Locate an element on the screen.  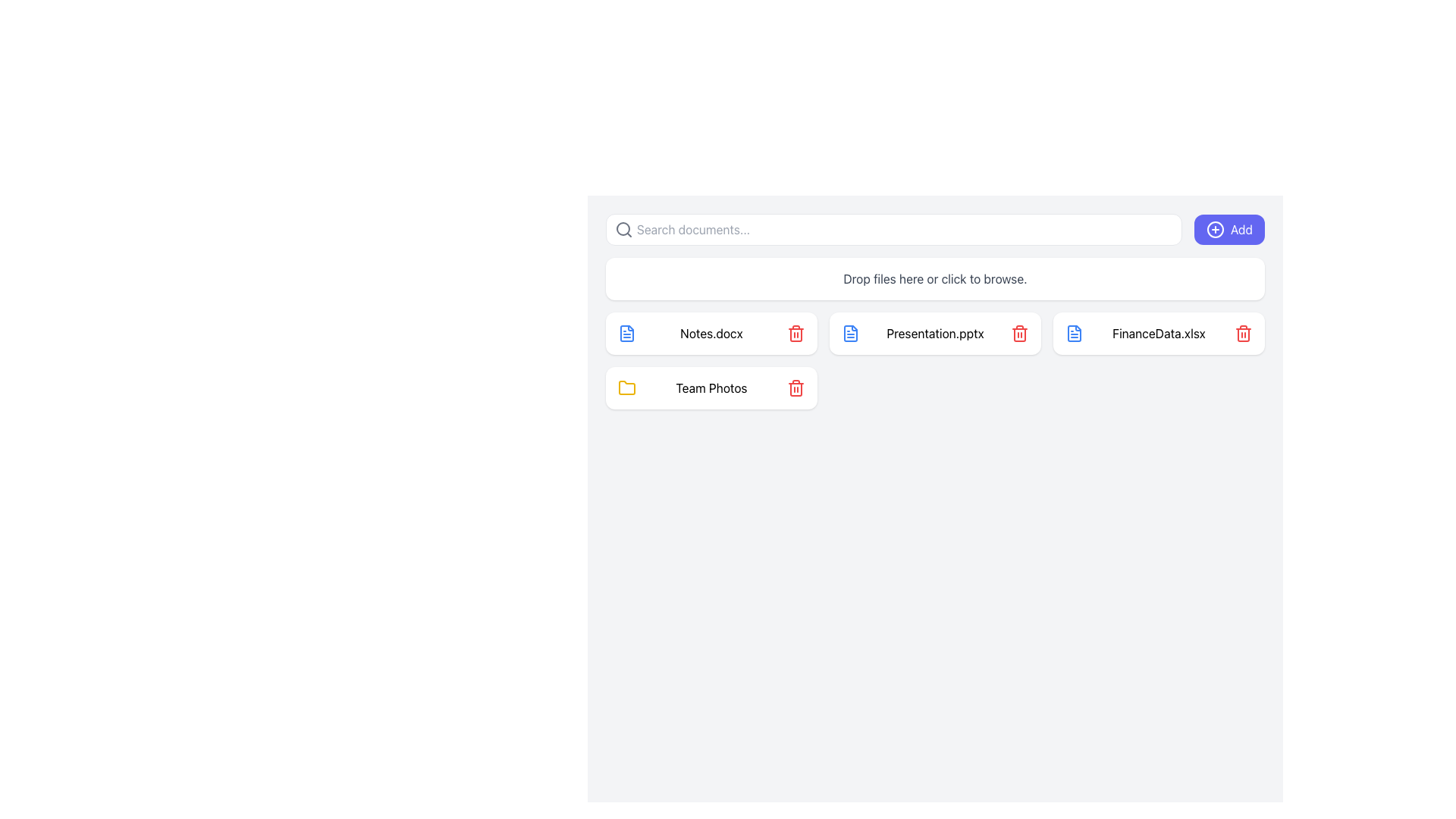
the red delete icon button, styled as a trash bin, located to the far right of the 'Notes.docx' item is located at coordinates (795, 332).